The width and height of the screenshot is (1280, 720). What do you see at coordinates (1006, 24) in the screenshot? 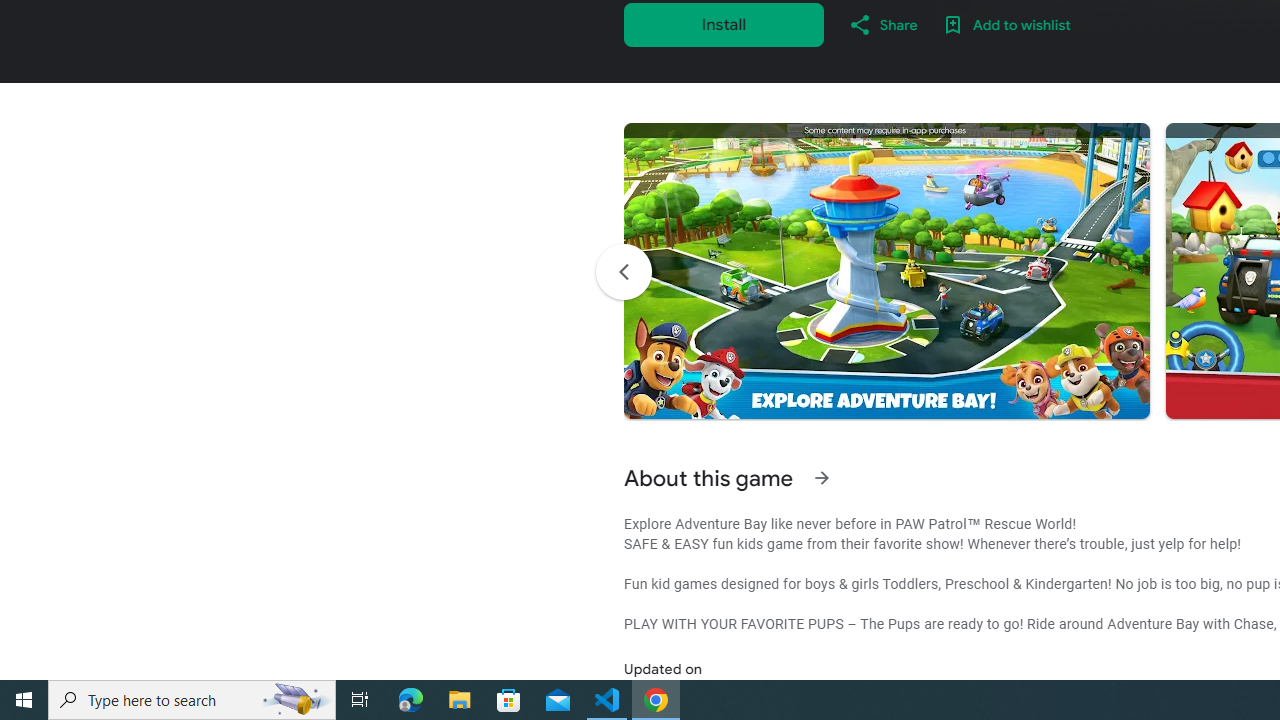
I see `'Add to wishlist'` at bounding box center [1006, 24].